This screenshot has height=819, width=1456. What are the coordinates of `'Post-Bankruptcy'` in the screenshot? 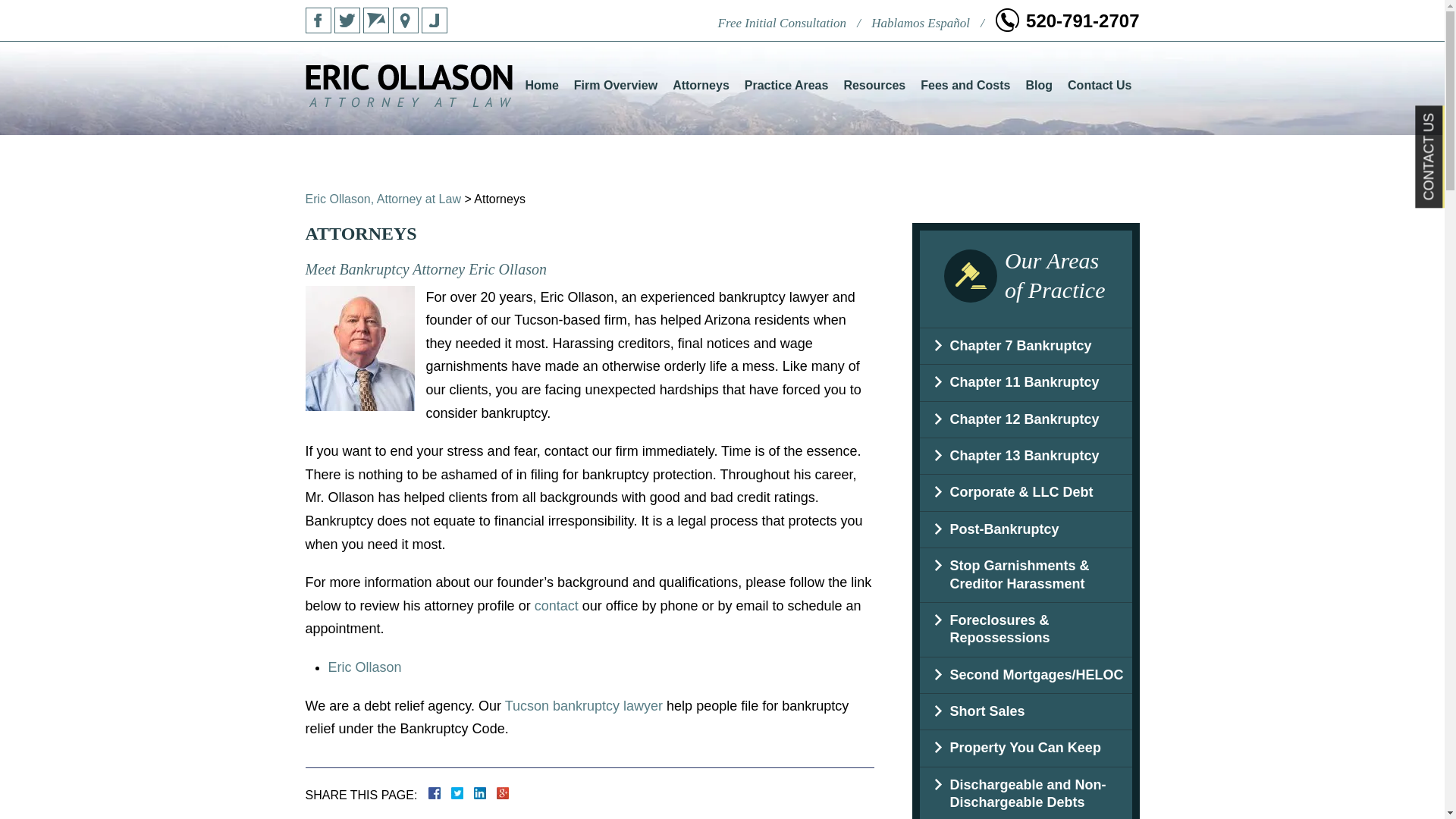 It's located at (1025, 529).